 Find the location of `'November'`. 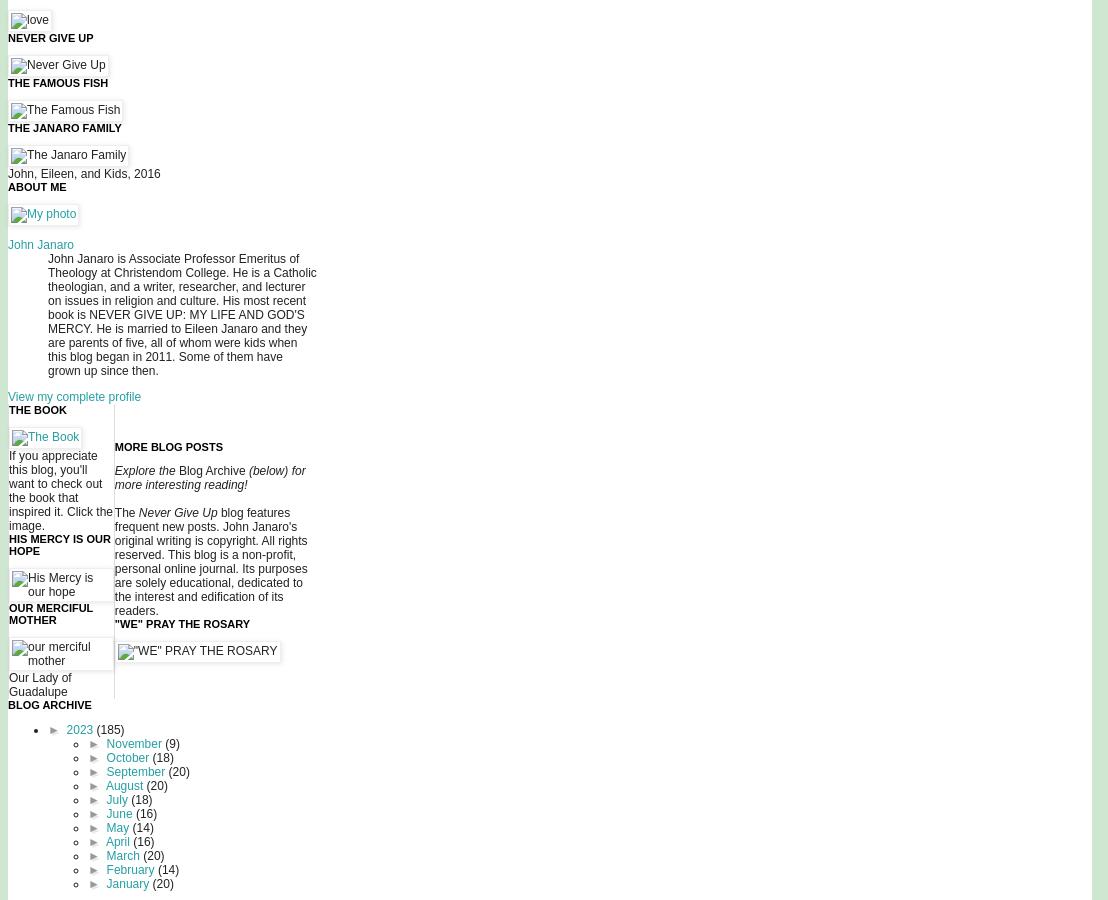

'November' is located at coordinates (135, 743).